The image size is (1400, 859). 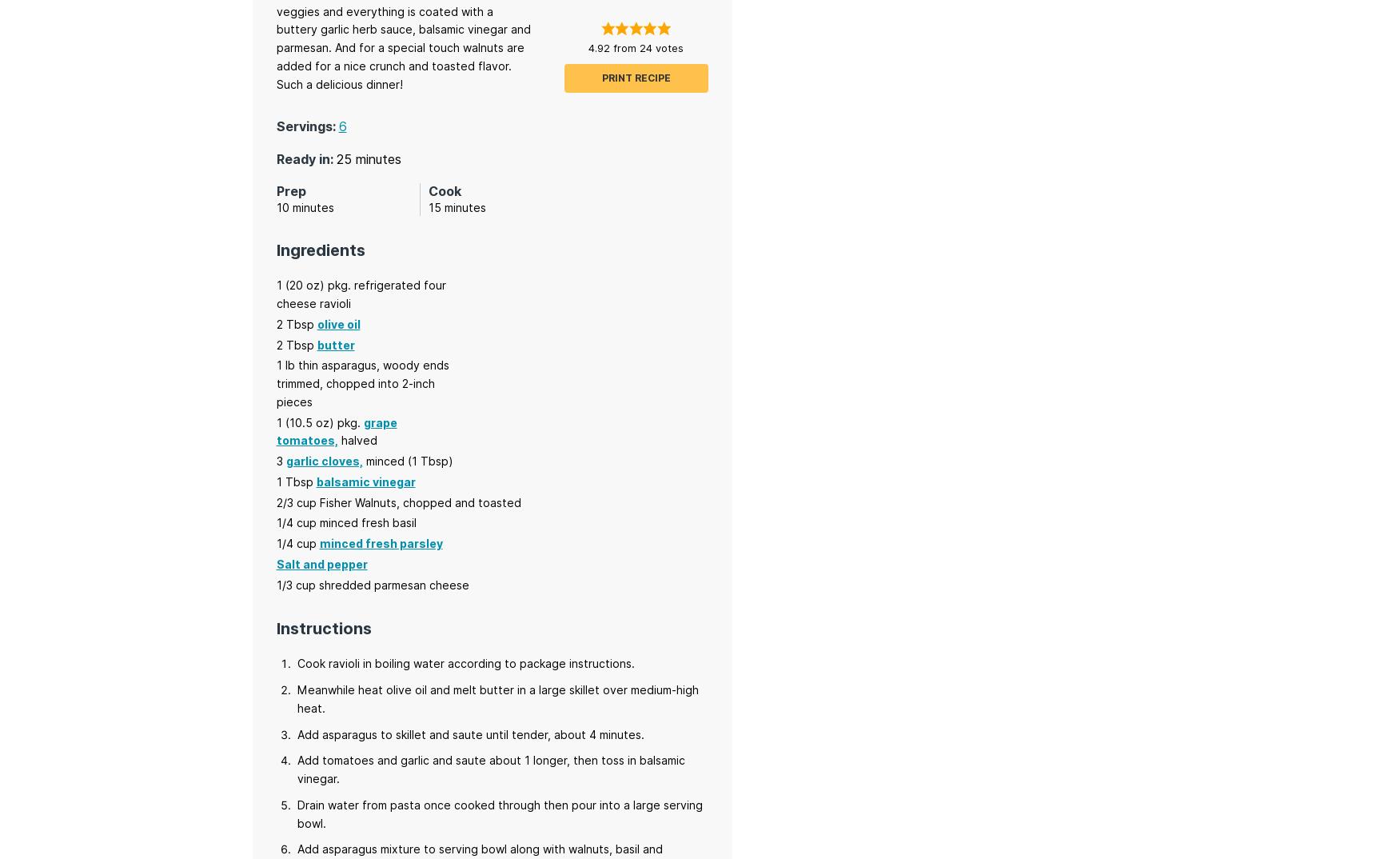 I want to click on 'Cook', so click(x=444, y=190).